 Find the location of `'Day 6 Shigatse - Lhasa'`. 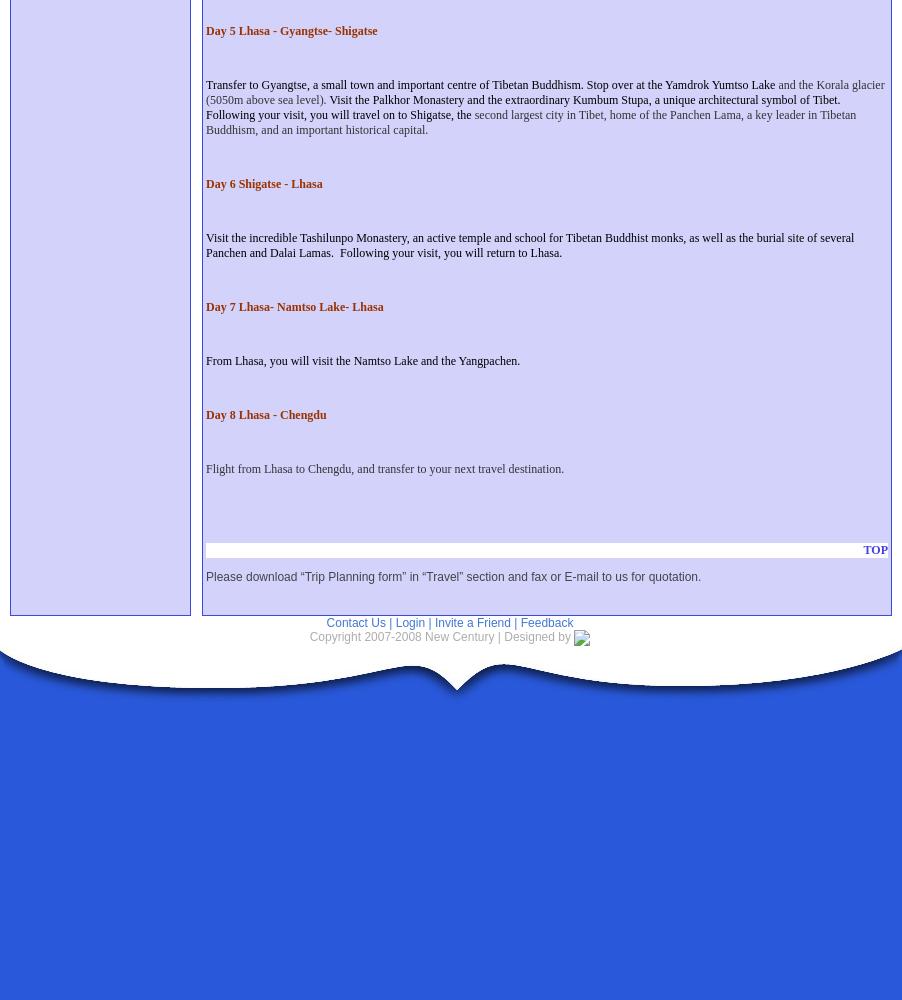

'Day 6 Shigatse - Lhasa' is located at coordinates (264, 184).